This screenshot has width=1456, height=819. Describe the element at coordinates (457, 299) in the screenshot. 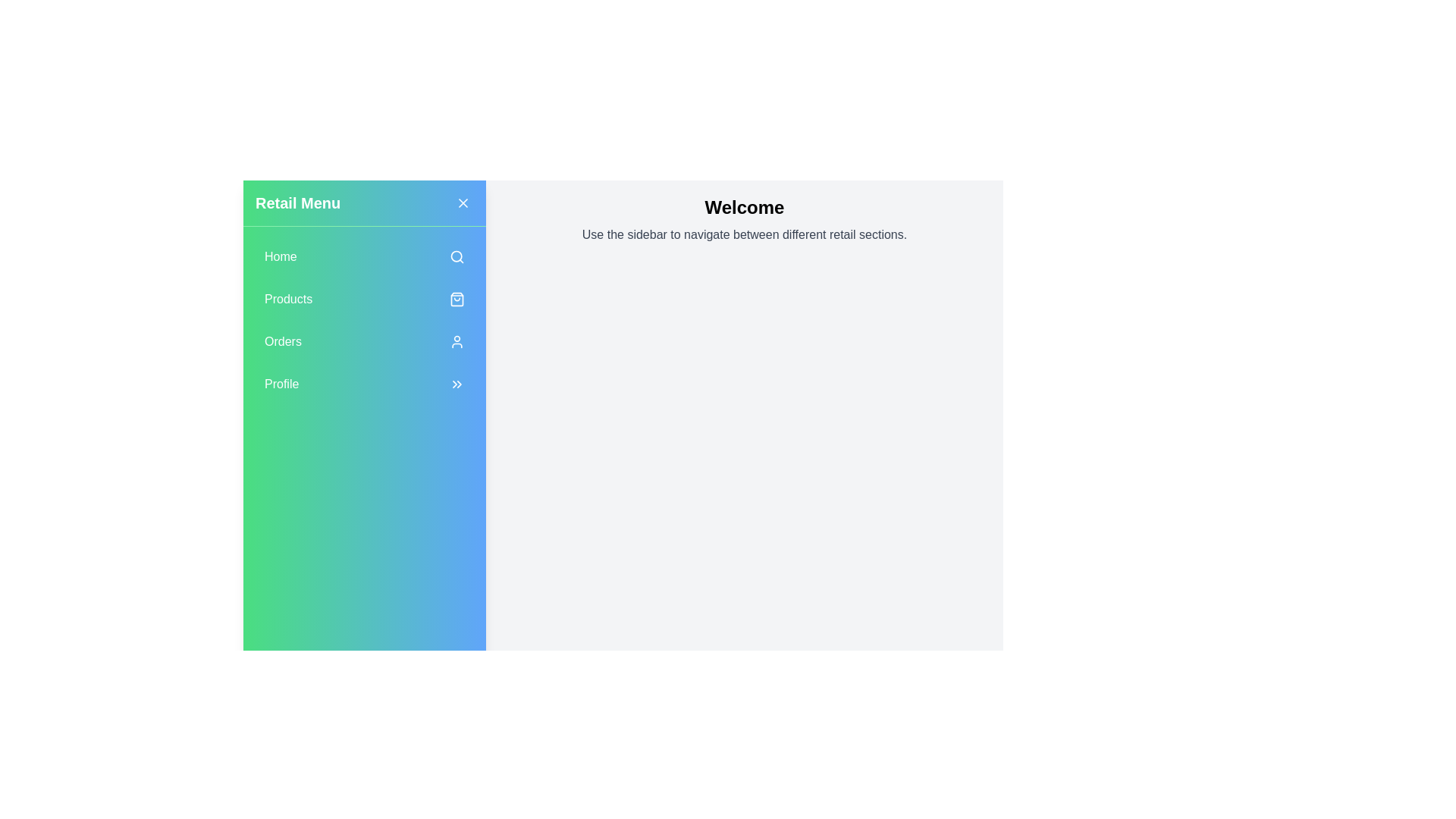

I see `the shopping bag icon in the 'Products' section of the navigation menu, which is positioned at the far right of the 'Products' item` at that location.